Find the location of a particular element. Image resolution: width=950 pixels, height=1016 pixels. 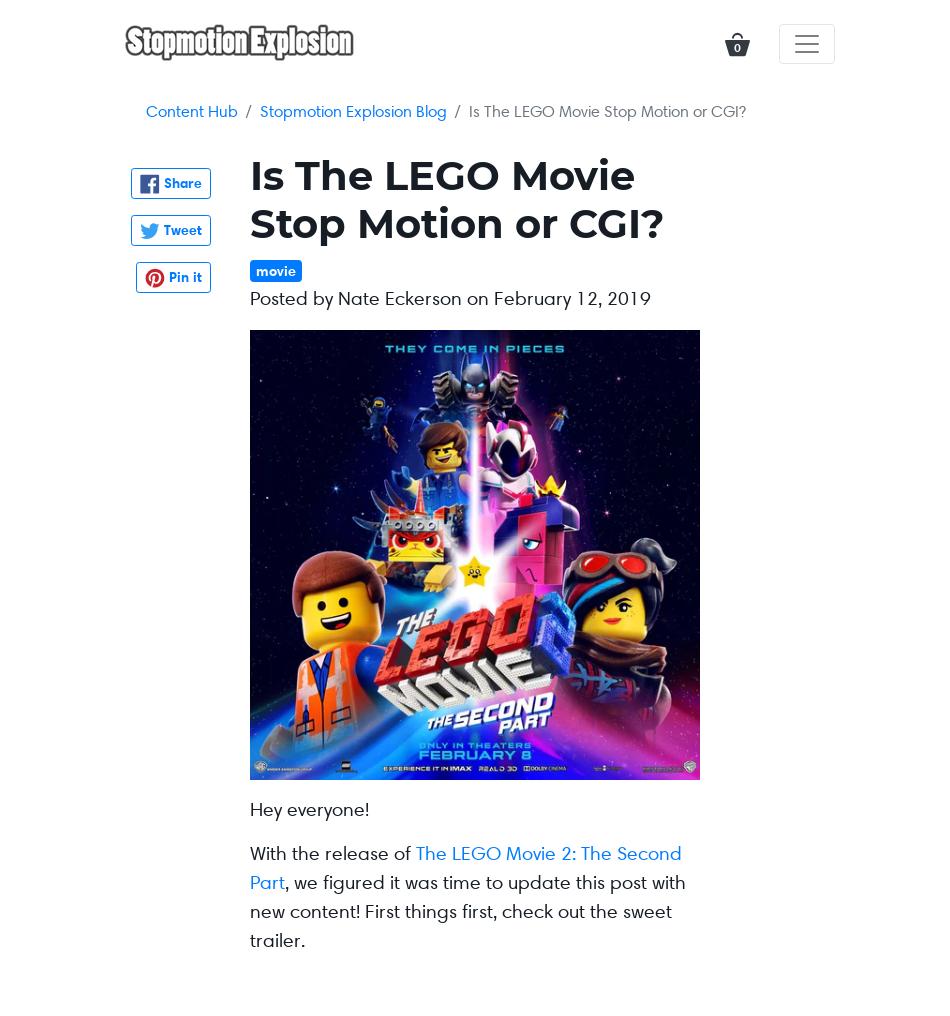

'Posted by Nate Eckerson on' is located at coordinates (371, 296).